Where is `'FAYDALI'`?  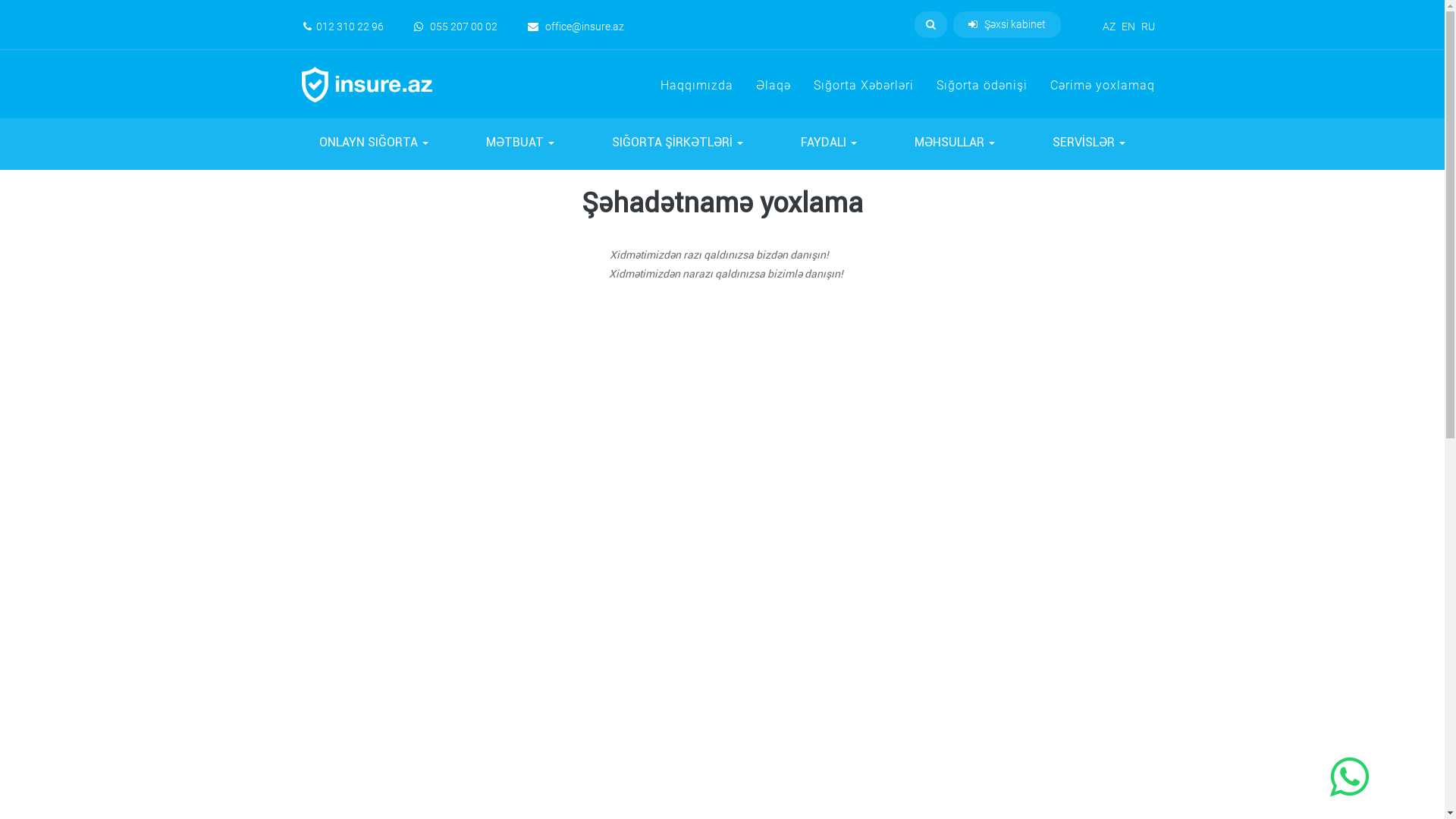
'FAYDALI' is located at coordinates (828, 145).